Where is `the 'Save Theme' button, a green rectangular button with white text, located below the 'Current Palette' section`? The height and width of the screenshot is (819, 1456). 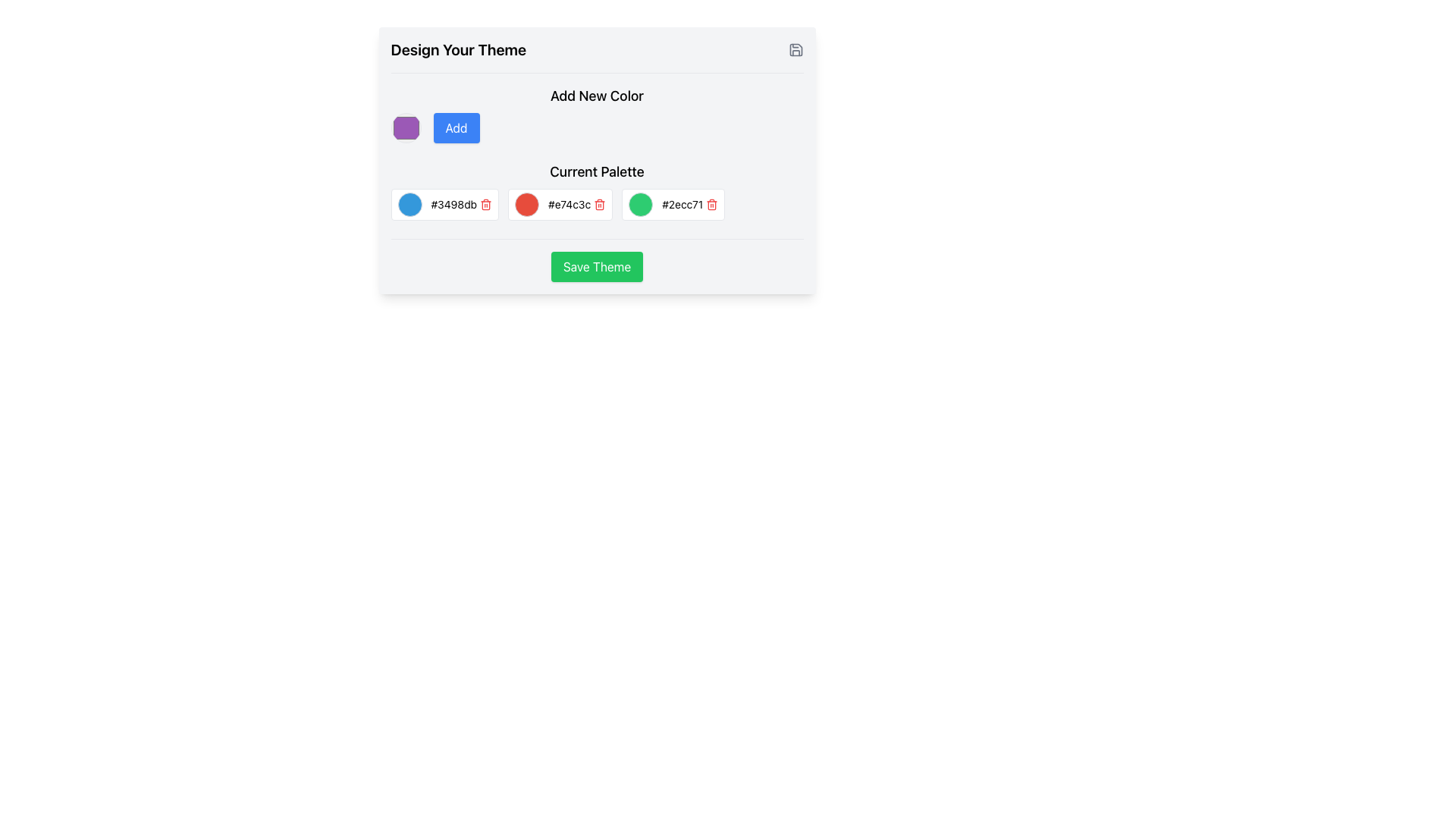
the 'Save Theme' button, a green rectangular button with white text, located below the 'Current Palette' section is located at coordinates (596, 265).